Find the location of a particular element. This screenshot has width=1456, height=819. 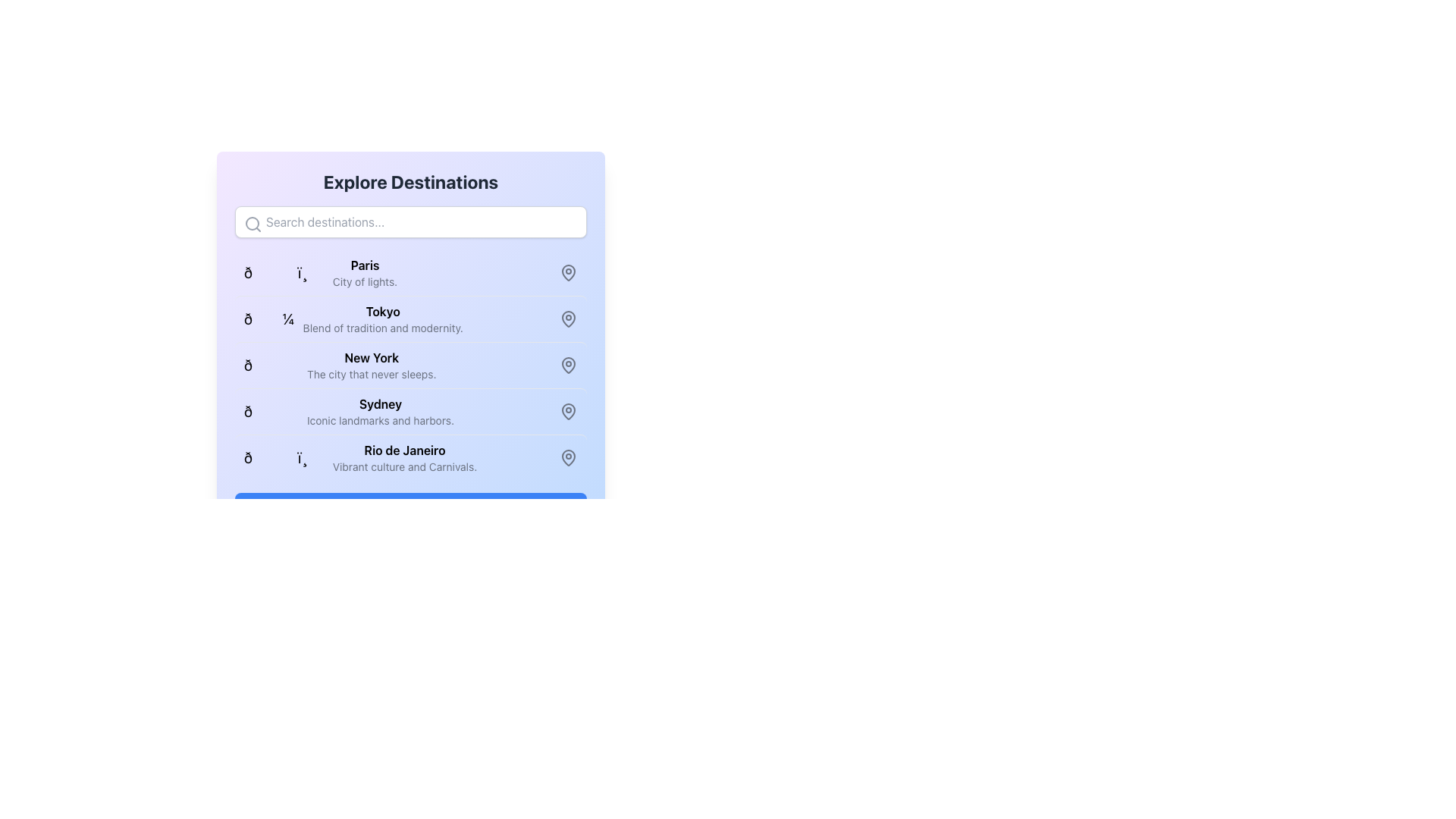

the emoji-like symbol representing 'ð\x9f\x8c\x89' that appears at the beginning of the list item for 'Sydney' is located at coordinates (271, 412).